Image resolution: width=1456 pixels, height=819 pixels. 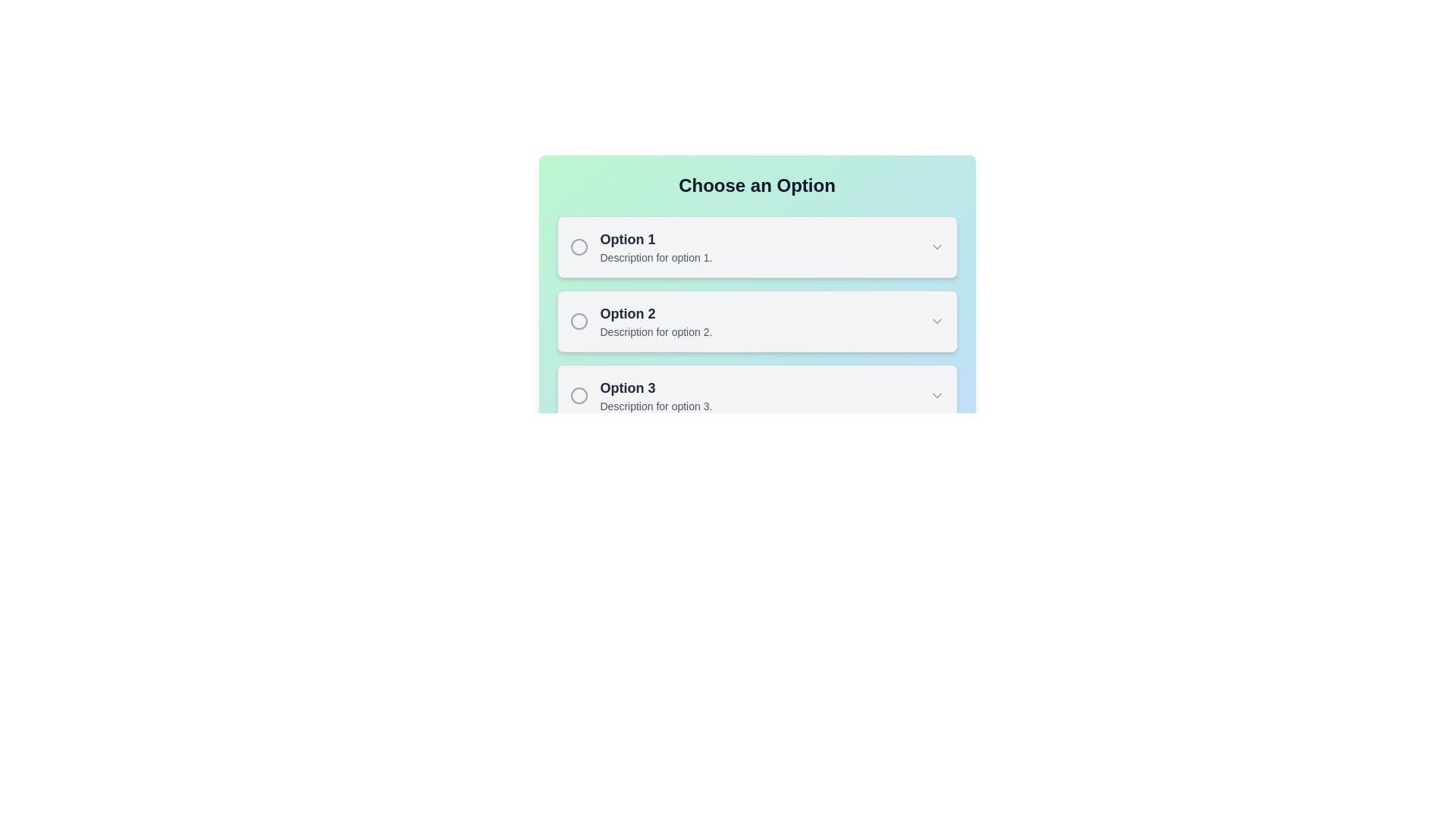 I want to click on the arrow icon located at the far right of the 'Option 2' entry, so click(x=935, y=321).